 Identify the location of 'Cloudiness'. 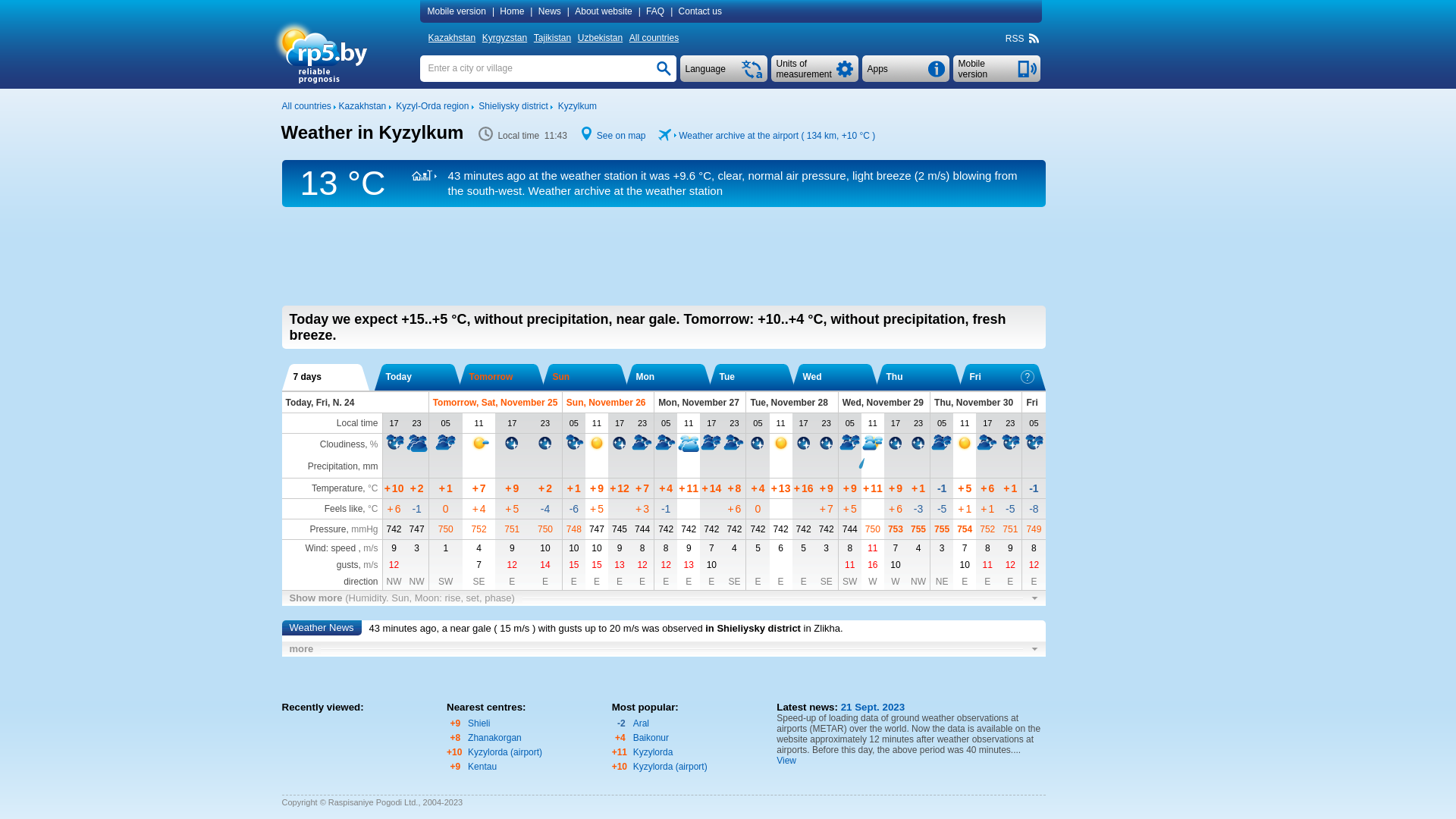
(341, 444).